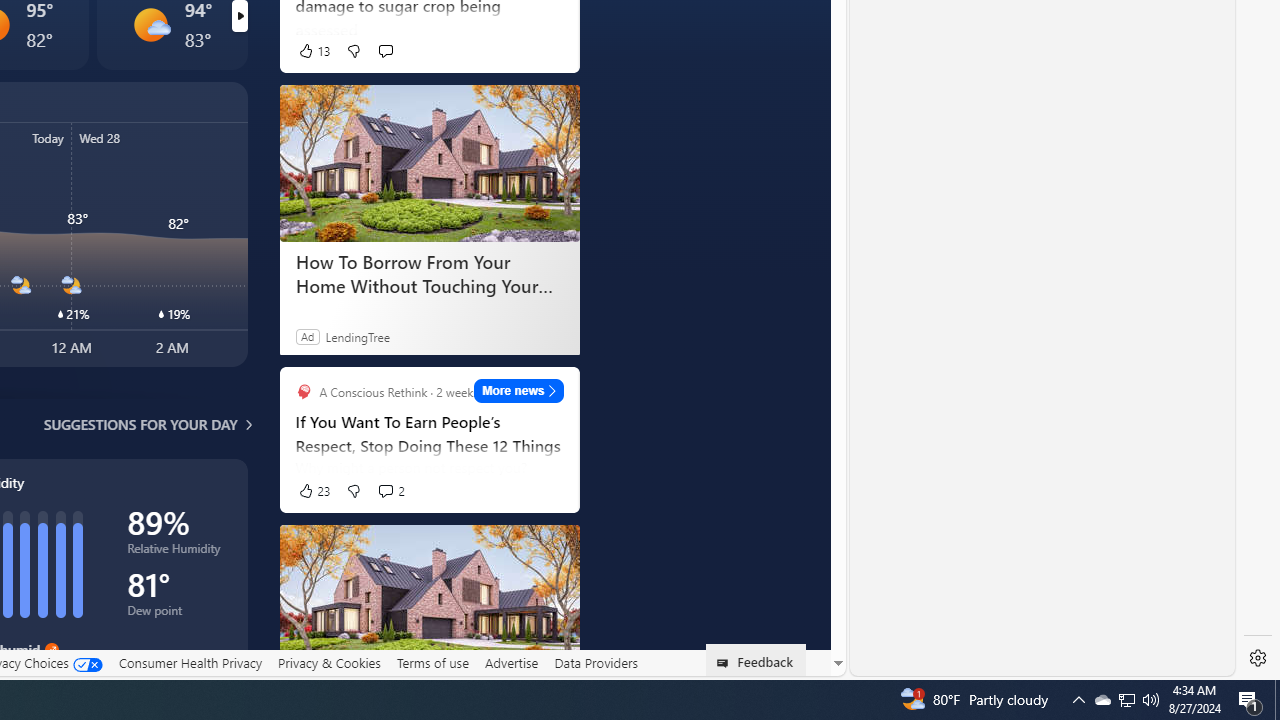  I want to click on 'Privacy & Cookies', so click(329, 663).